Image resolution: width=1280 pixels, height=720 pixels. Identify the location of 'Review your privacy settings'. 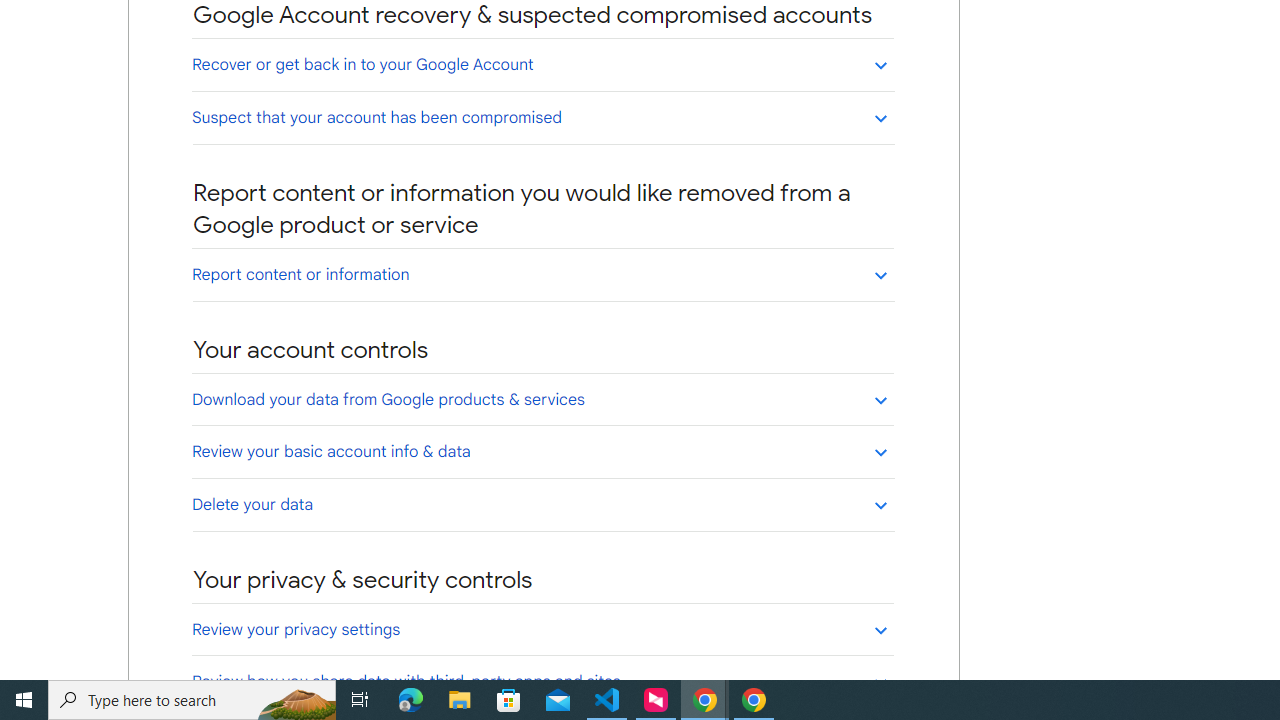
(542, 628).